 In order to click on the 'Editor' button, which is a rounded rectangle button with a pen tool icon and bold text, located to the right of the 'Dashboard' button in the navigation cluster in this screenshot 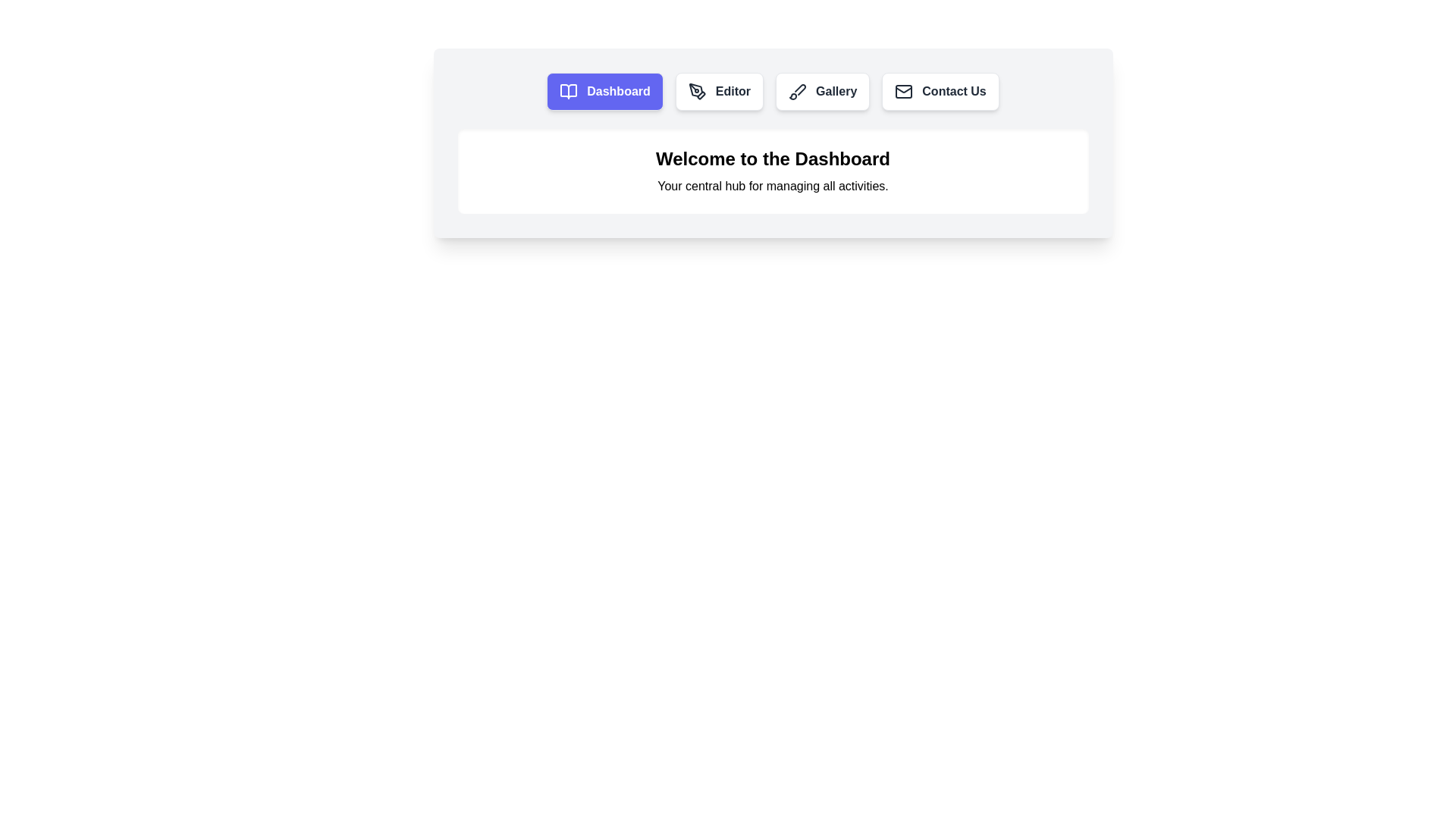, I will do `click(718, 91)`.